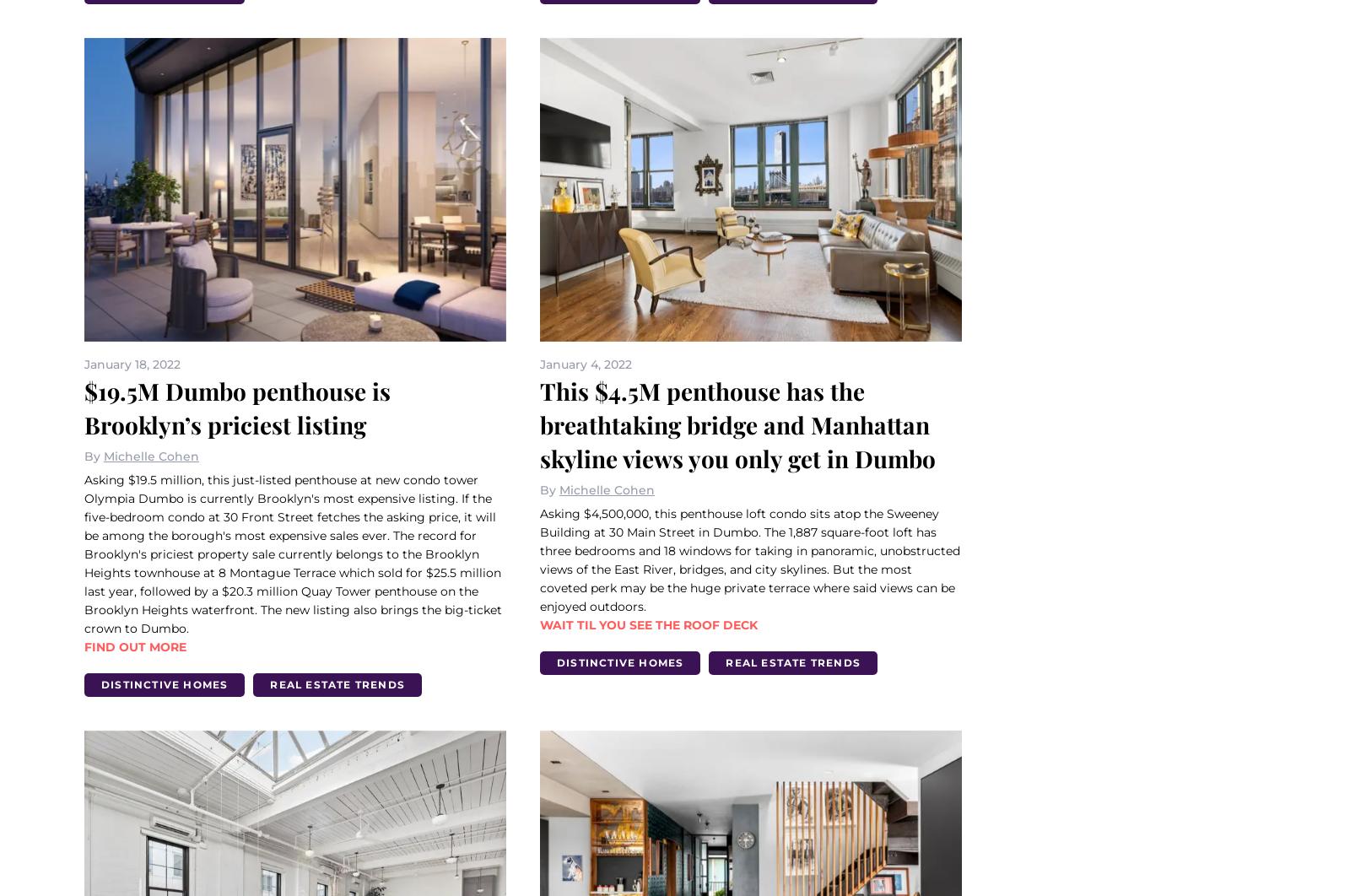 The height and width of the screenshot is (896, 1350). Describe the element at coordinates (131, 362) in the screenshot. I see `'January 18, 2022'` at that location.